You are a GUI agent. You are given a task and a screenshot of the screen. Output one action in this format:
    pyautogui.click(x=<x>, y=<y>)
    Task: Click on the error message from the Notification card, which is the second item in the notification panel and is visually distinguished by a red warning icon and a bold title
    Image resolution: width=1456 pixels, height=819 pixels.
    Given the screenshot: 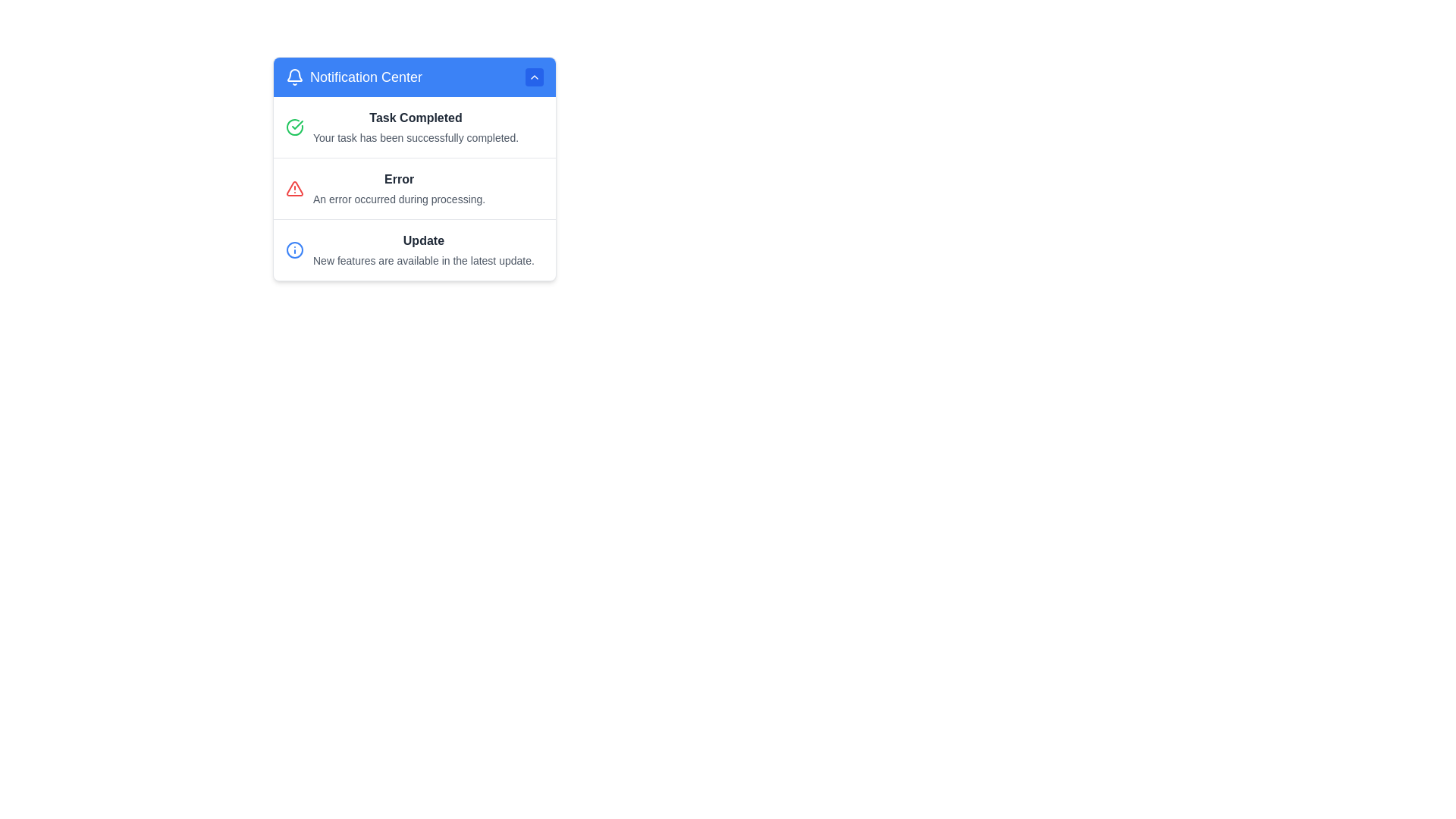 What is the action you would take?
    pyautogui.click(x=415, y=187)
    